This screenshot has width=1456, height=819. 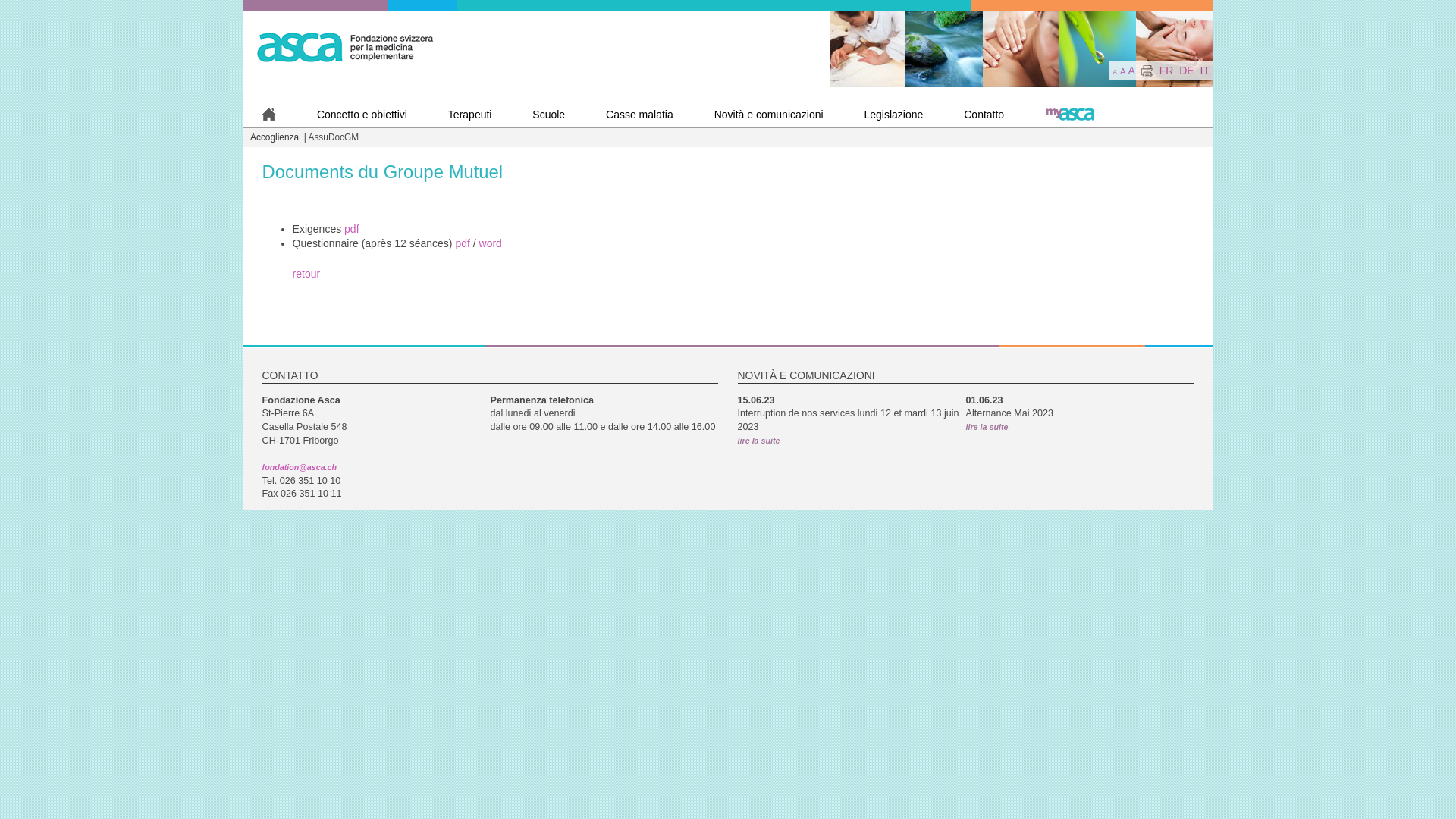 I want to click on 'fondation@asca.ch', so click(x=299, y=466).